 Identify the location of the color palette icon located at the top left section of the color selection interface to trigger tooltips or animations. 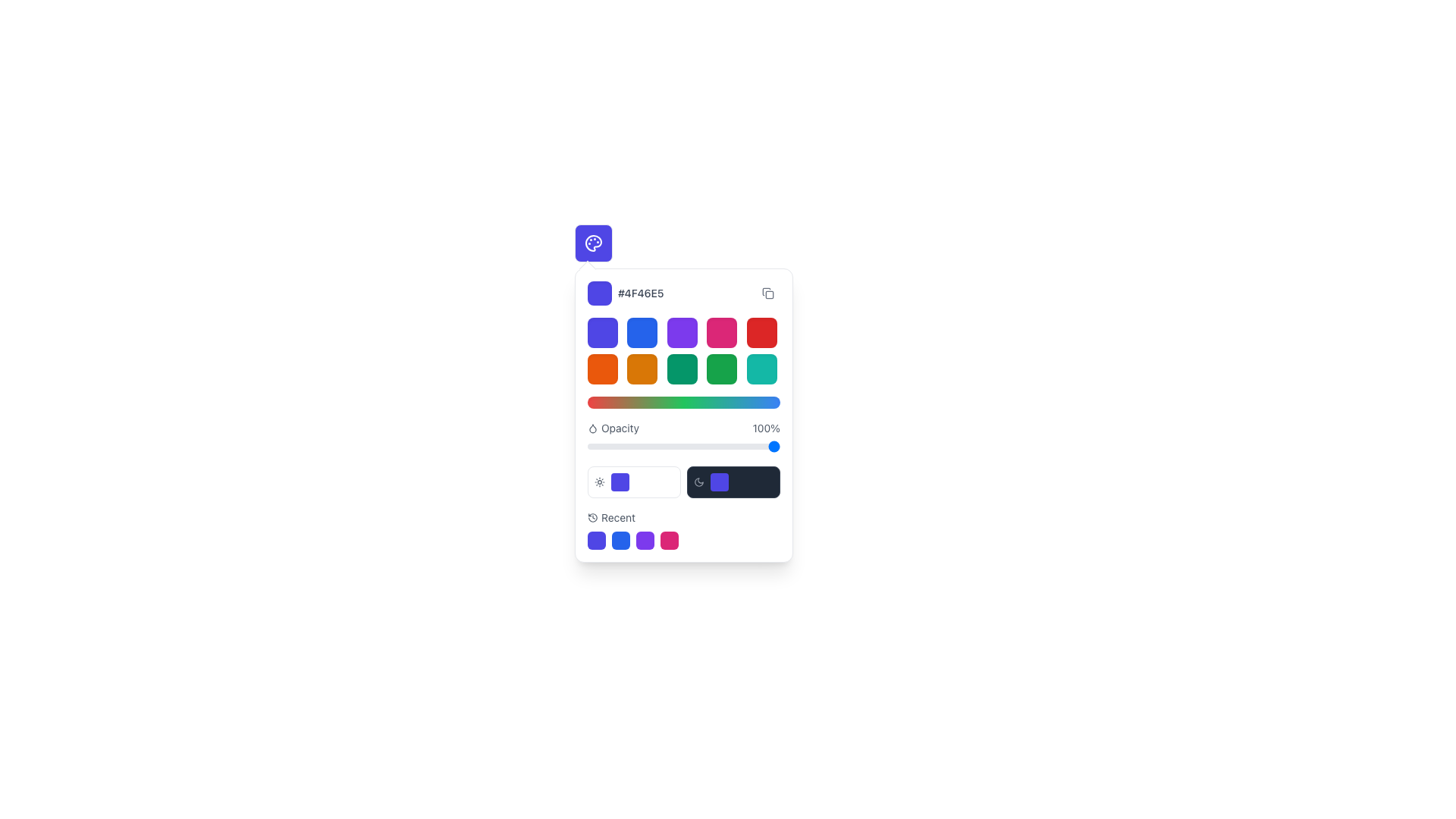
(592, 242).